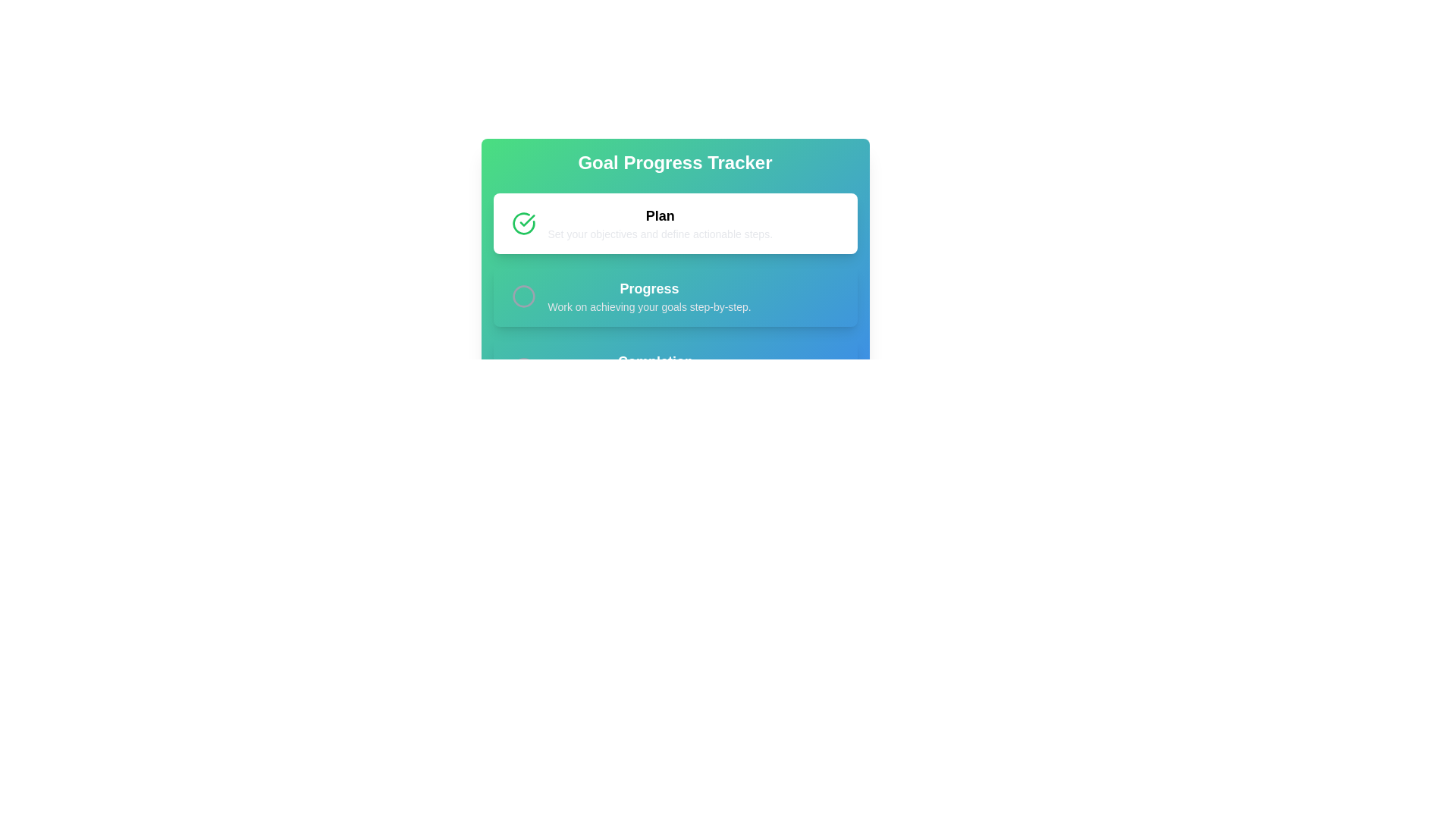 The width and height of the screenshot is (1456, 819). Describe the element at coordinates (523, 223) in the screenshot. I see `the Circular Checkmark icon that indicates the completion of the 'Plan' step, which is located to the left of the text 'Set your objectives and define actionable steps.'` at that location.